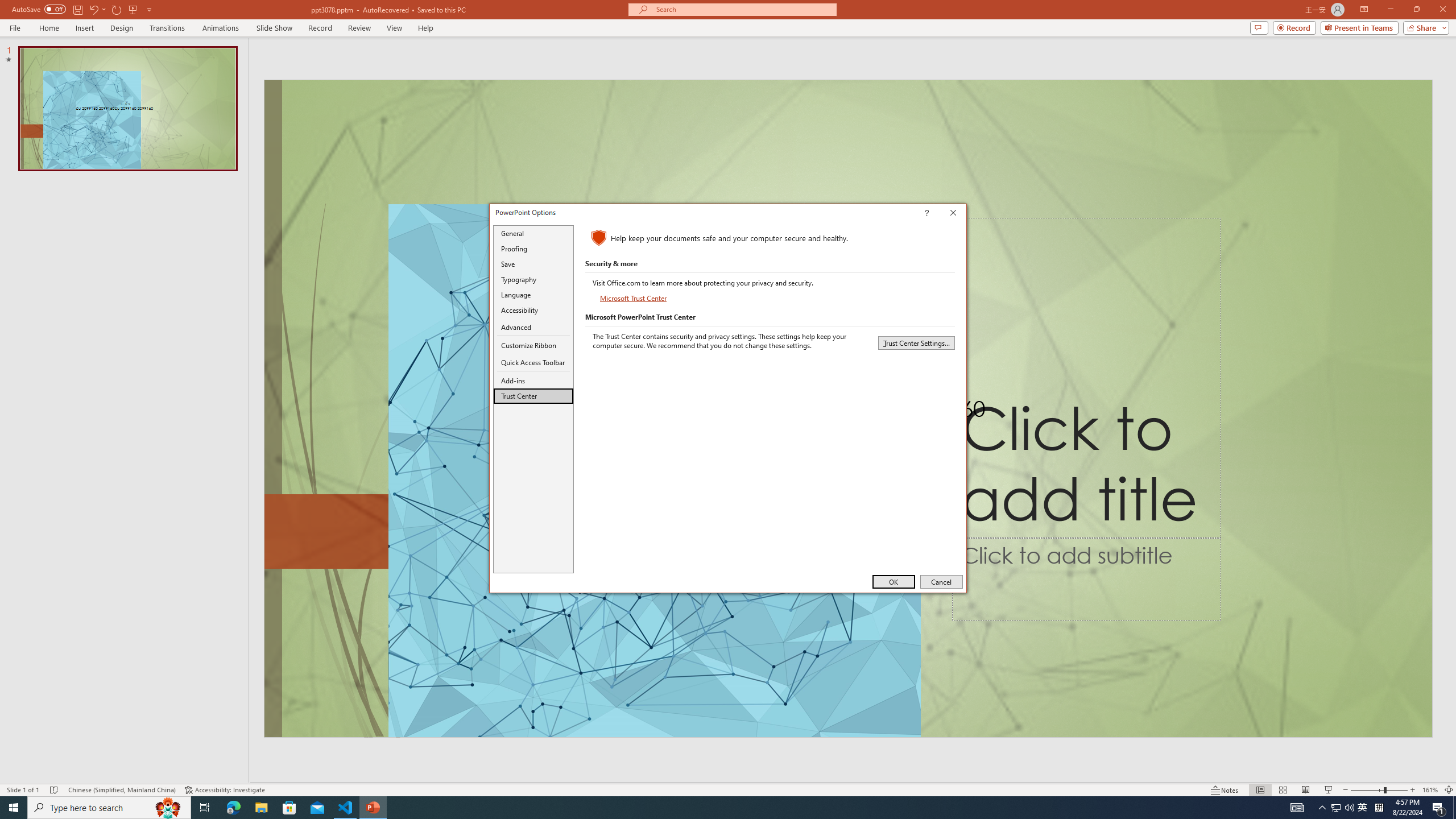  What do you see at coordinates (941, 581) in the screenshot?
I see `'Cancel'` at bounding box center [941, 581].